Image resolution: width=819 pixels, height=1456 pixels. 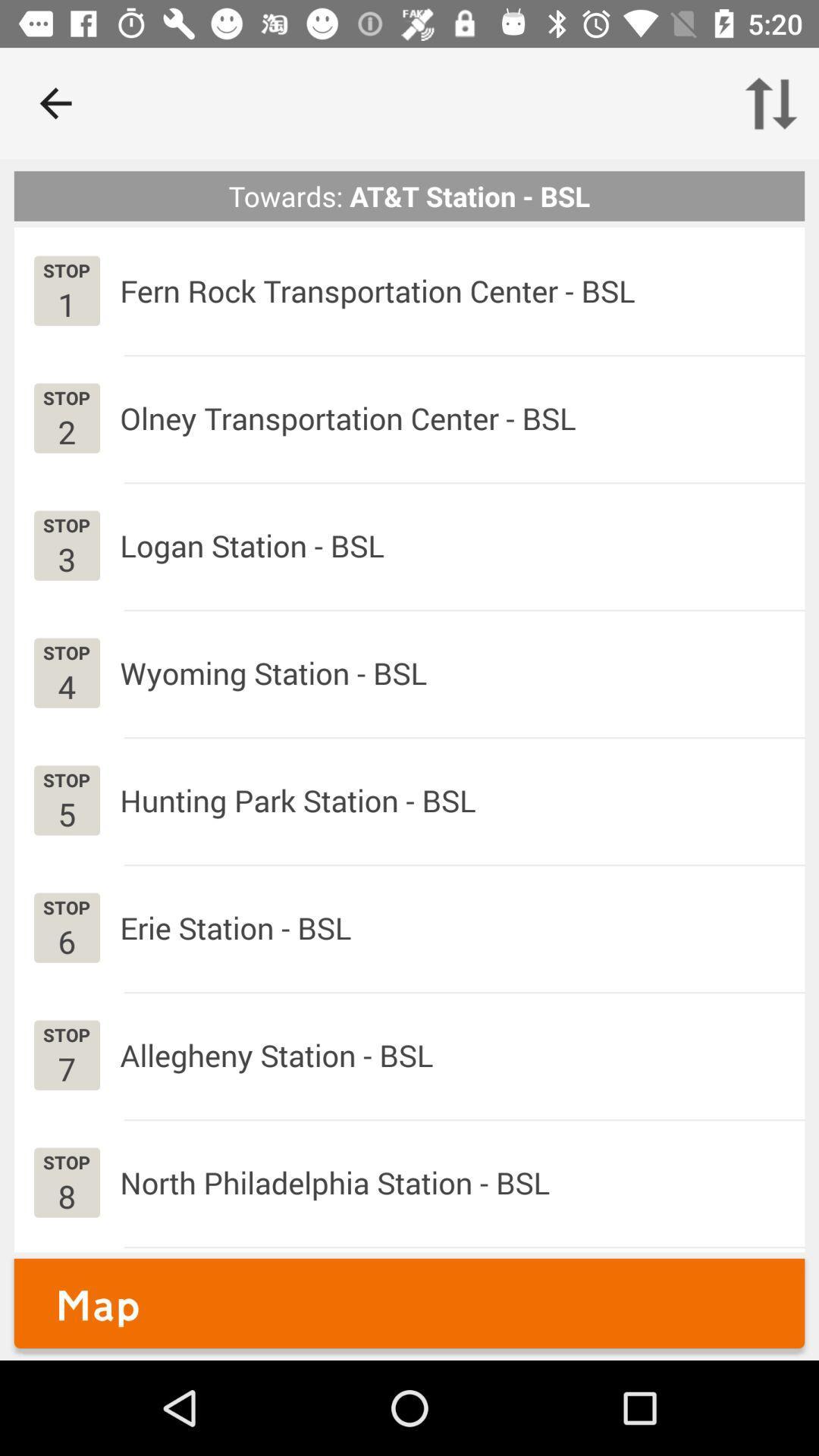 What do you see at coordinates (66, 431) in the screenshot?
I see `app below the stop` at bounding box center [66, 431].